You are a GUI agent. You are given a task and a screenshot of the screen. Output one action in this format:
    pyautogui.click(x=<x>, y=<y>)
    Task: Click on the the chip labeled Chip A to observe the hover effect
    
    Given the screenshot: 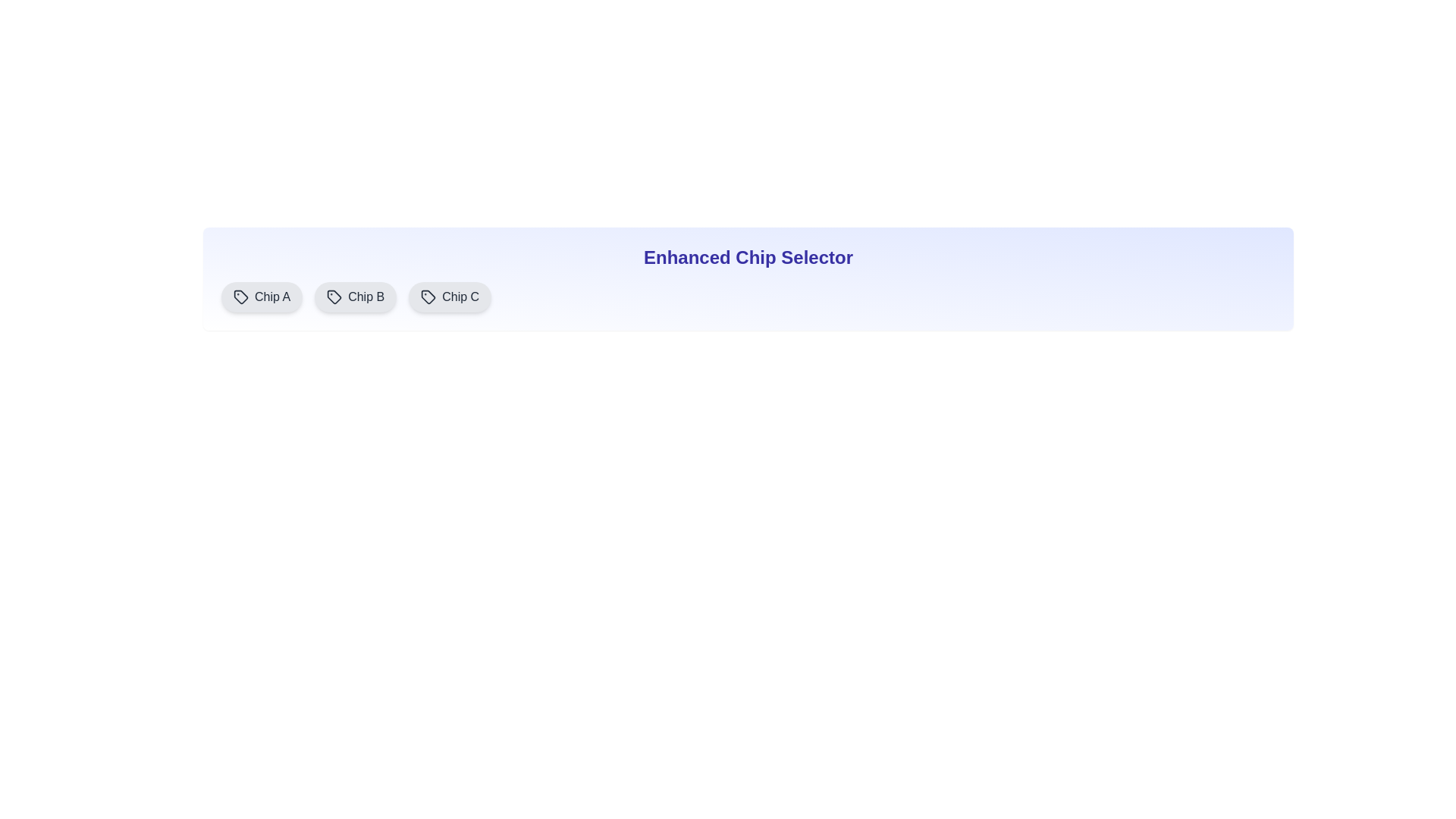 What is the action you would take?
    pyautogui.click(x=262, y=297)
    